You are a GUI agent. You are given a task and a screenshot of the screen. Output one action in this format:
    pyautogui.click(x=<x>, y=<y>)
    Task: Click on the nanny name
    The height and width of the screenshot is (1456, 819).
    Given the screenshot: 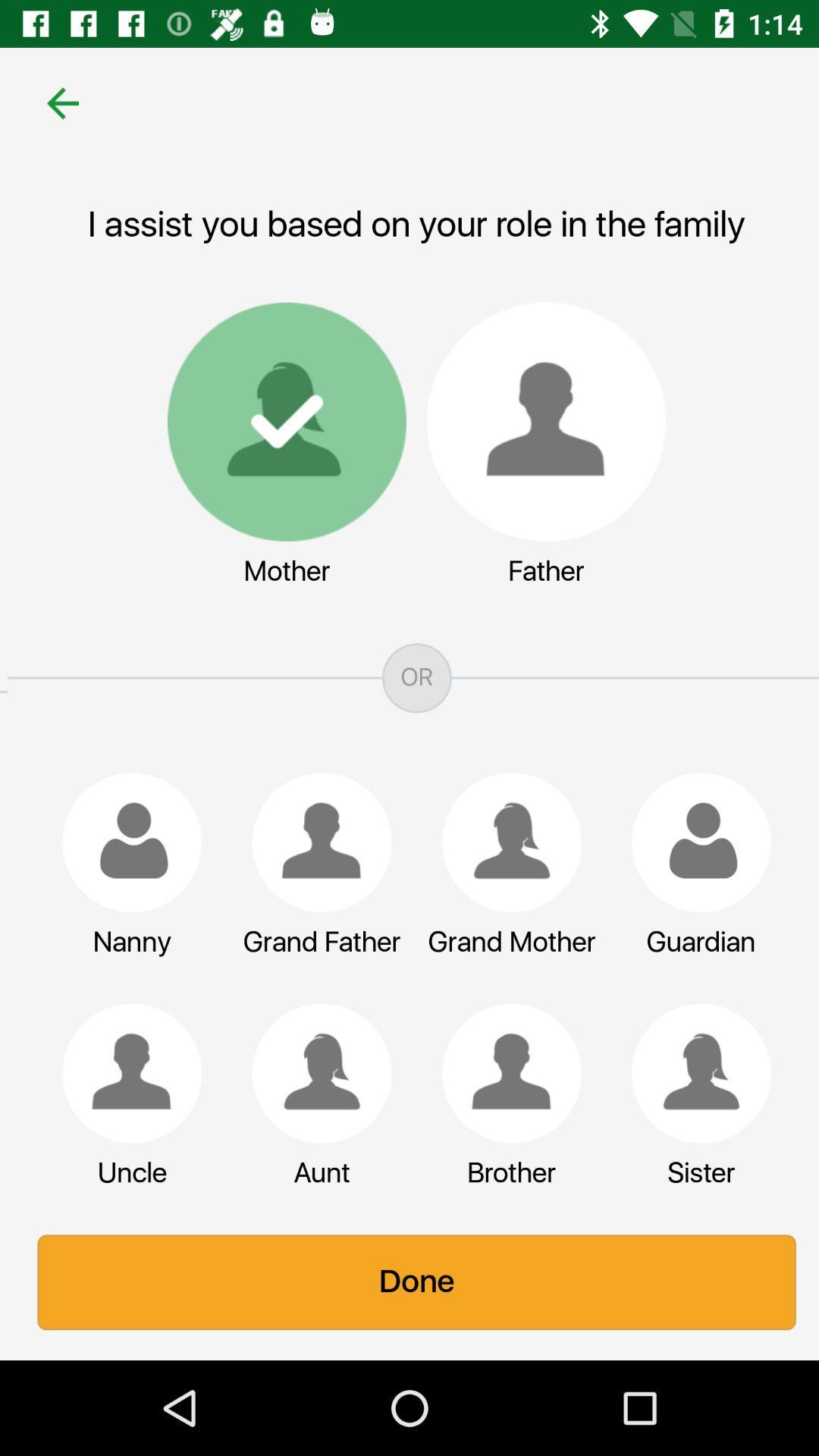 What is the action you would take?
    pyautogui.click(x=124, y=842)
    